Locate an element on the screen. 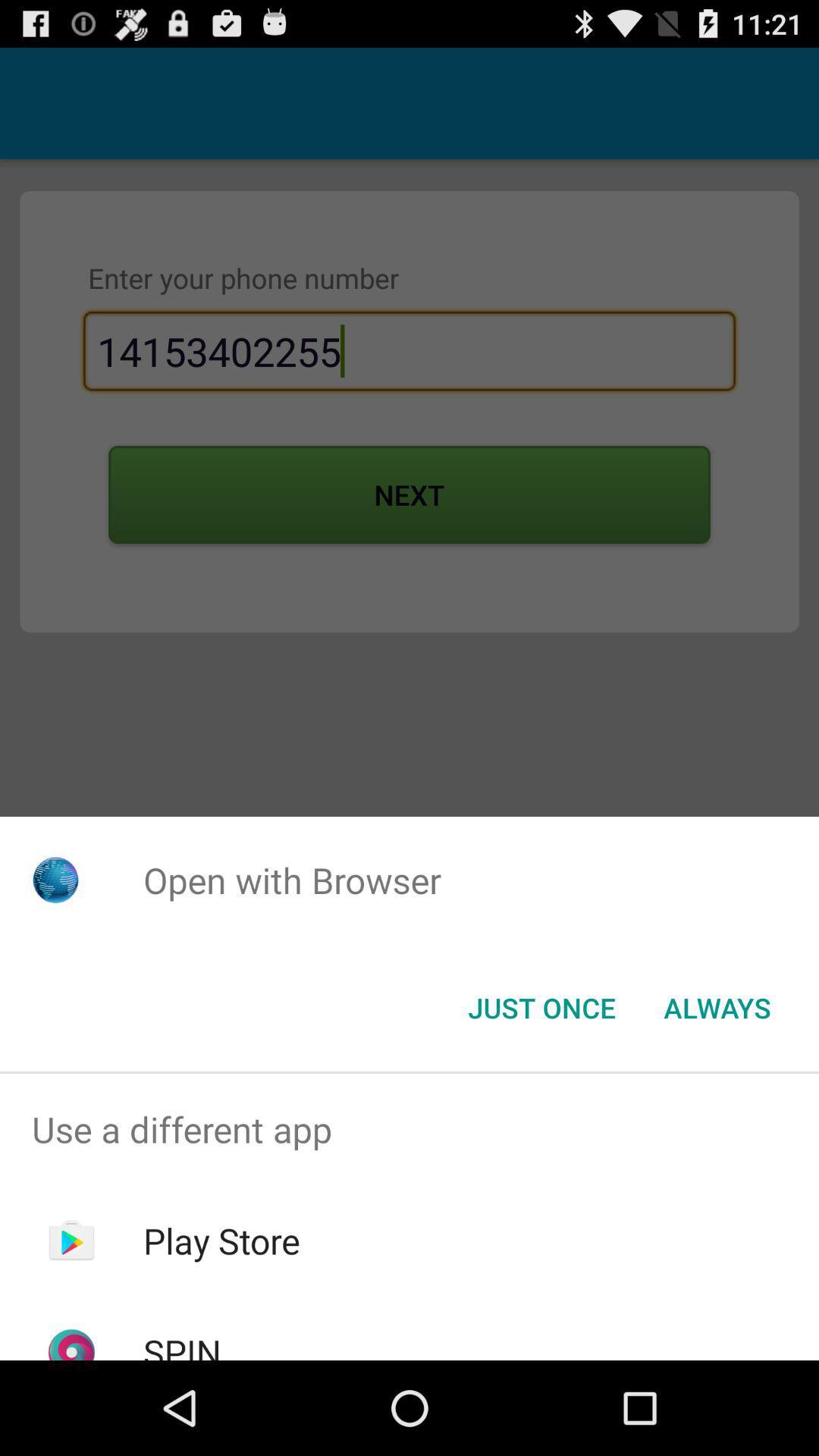 The image size is (819, 1456). the app below the open with browser is located at coordinates (717, 1008).